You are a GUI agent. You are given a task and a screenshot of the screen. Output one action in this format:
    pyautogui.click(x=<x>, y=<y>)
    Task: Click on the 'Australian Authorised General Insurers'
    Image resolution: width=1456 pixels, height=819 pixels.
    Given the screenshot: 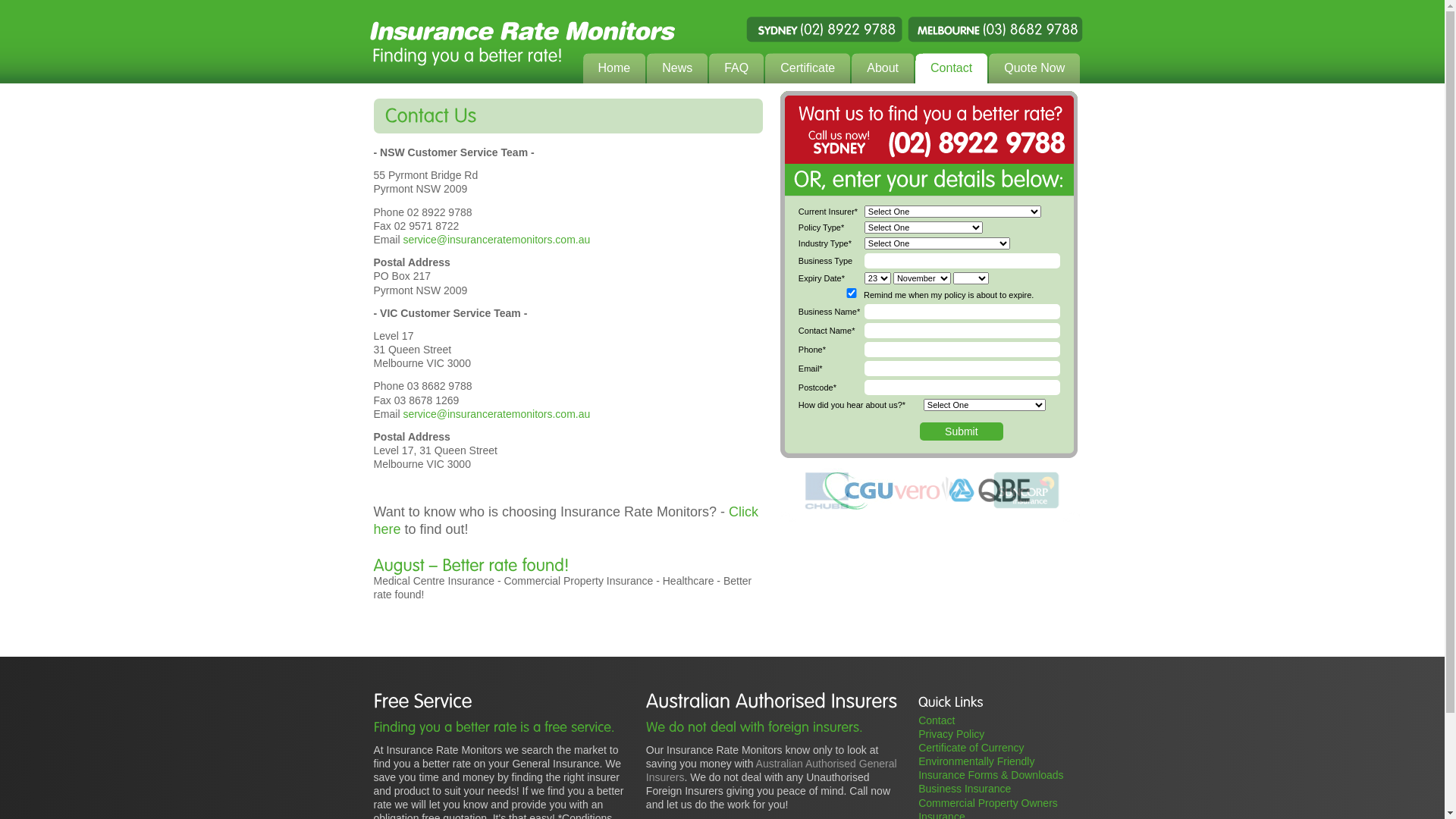 What is the action you would take?
    pyautogui.click(x=771, y=770)
    